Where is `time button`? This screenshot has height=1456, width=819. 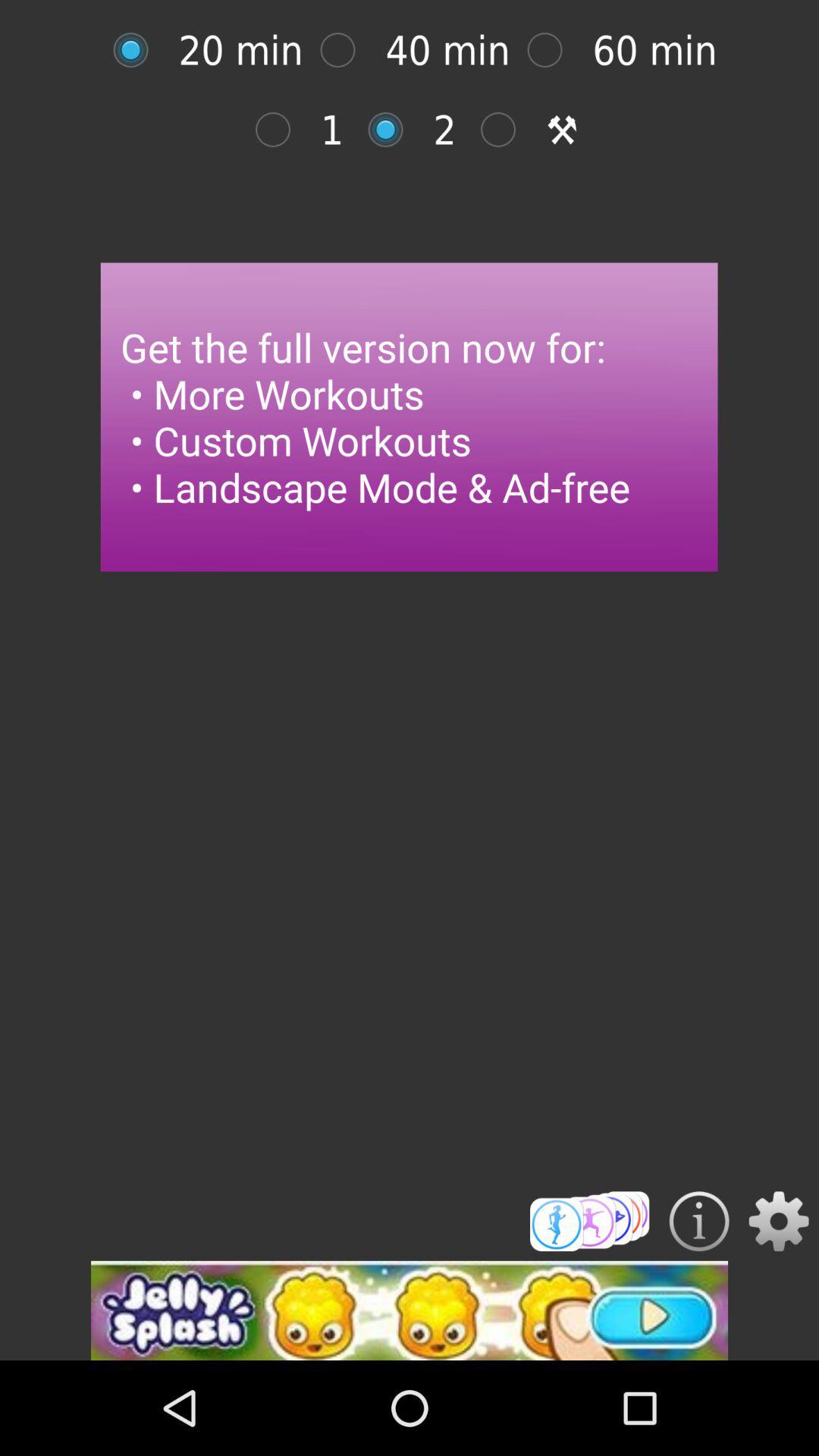 time button is located at coordinates (138, 50).